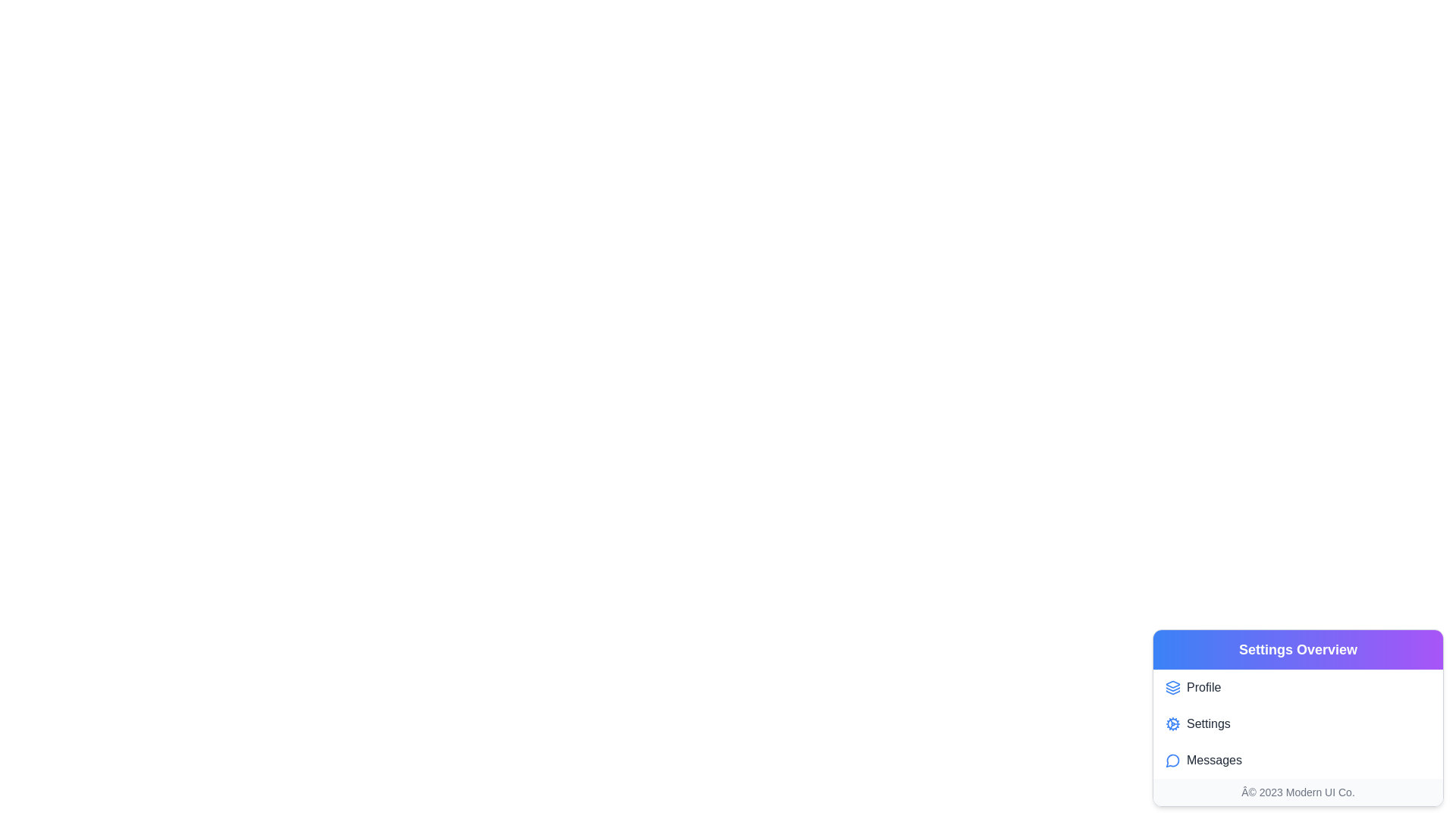 The width and height of the screenshot is (1456, 819). Describe the element at coordinates (1298, 760) in the screenshot. I see `the third menu item under 'Settings Overview'` at that location.